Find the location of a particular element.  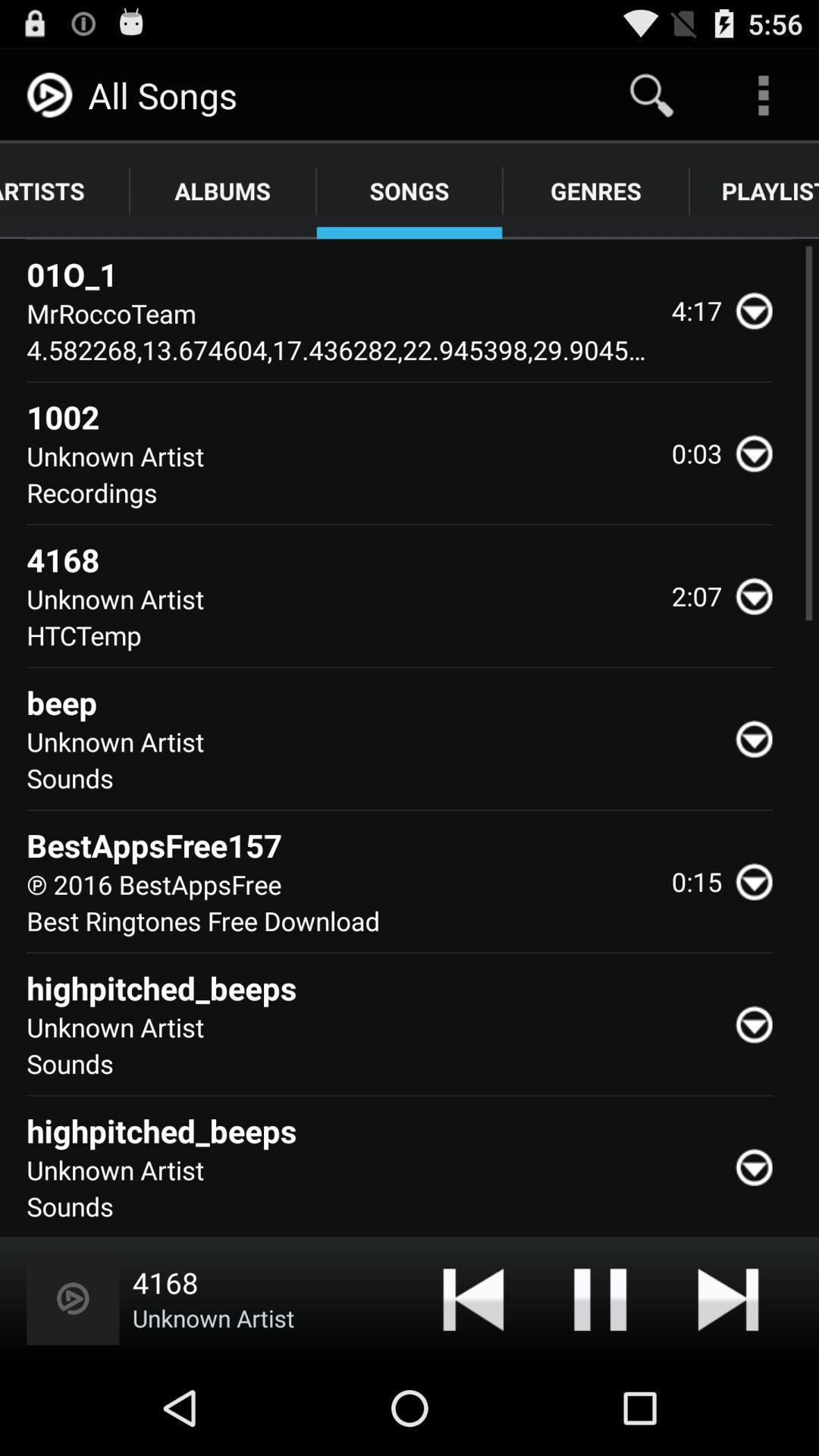

the pause icon is located at coordinates (599, 1389).